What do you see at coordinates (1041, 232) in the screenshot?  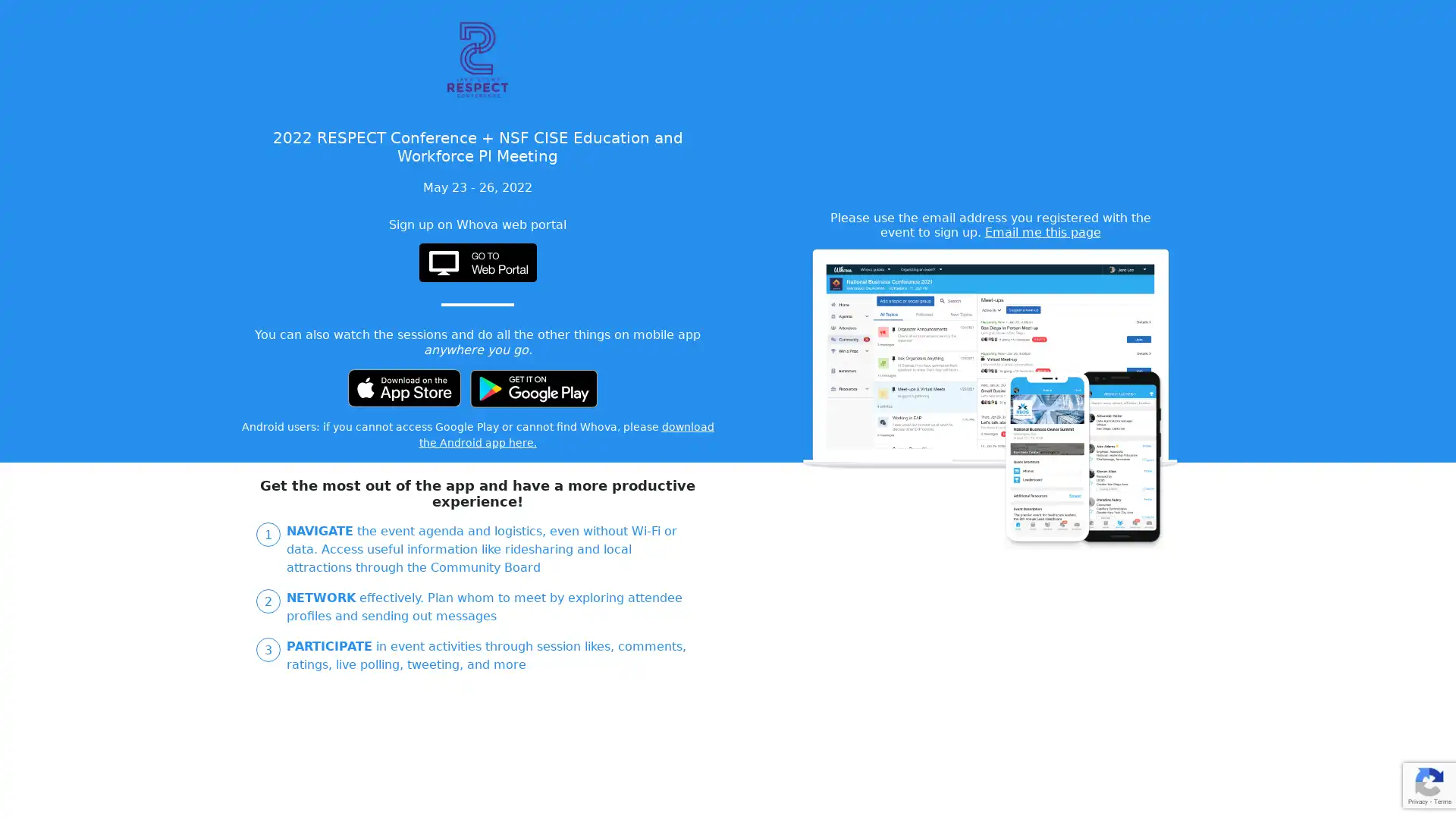 I see `Email me this page` at bounding box center [1041, 232].